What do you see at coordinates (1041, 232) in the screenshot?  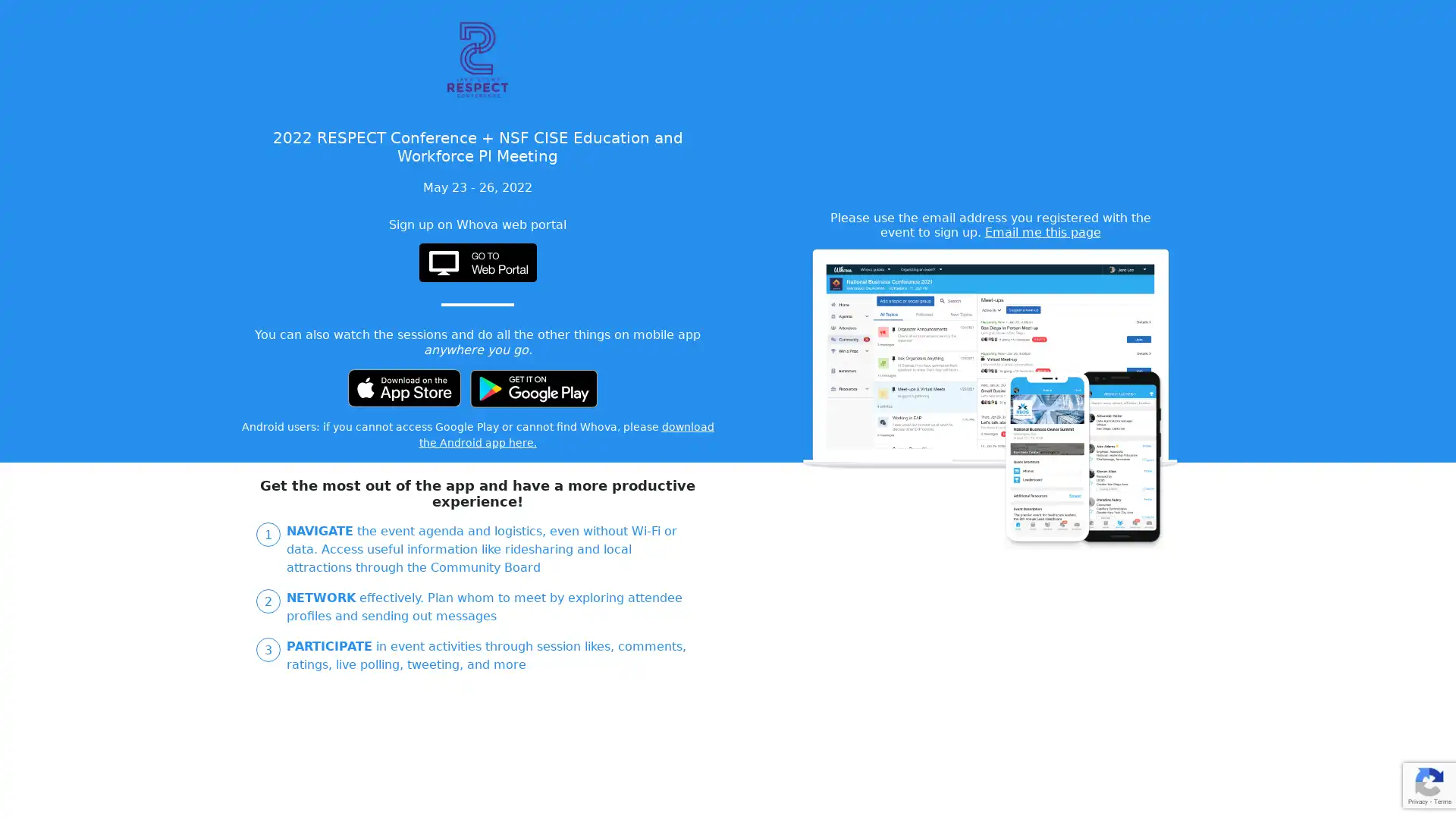 I see `Email me this page` at bounding box center [1041, 232].